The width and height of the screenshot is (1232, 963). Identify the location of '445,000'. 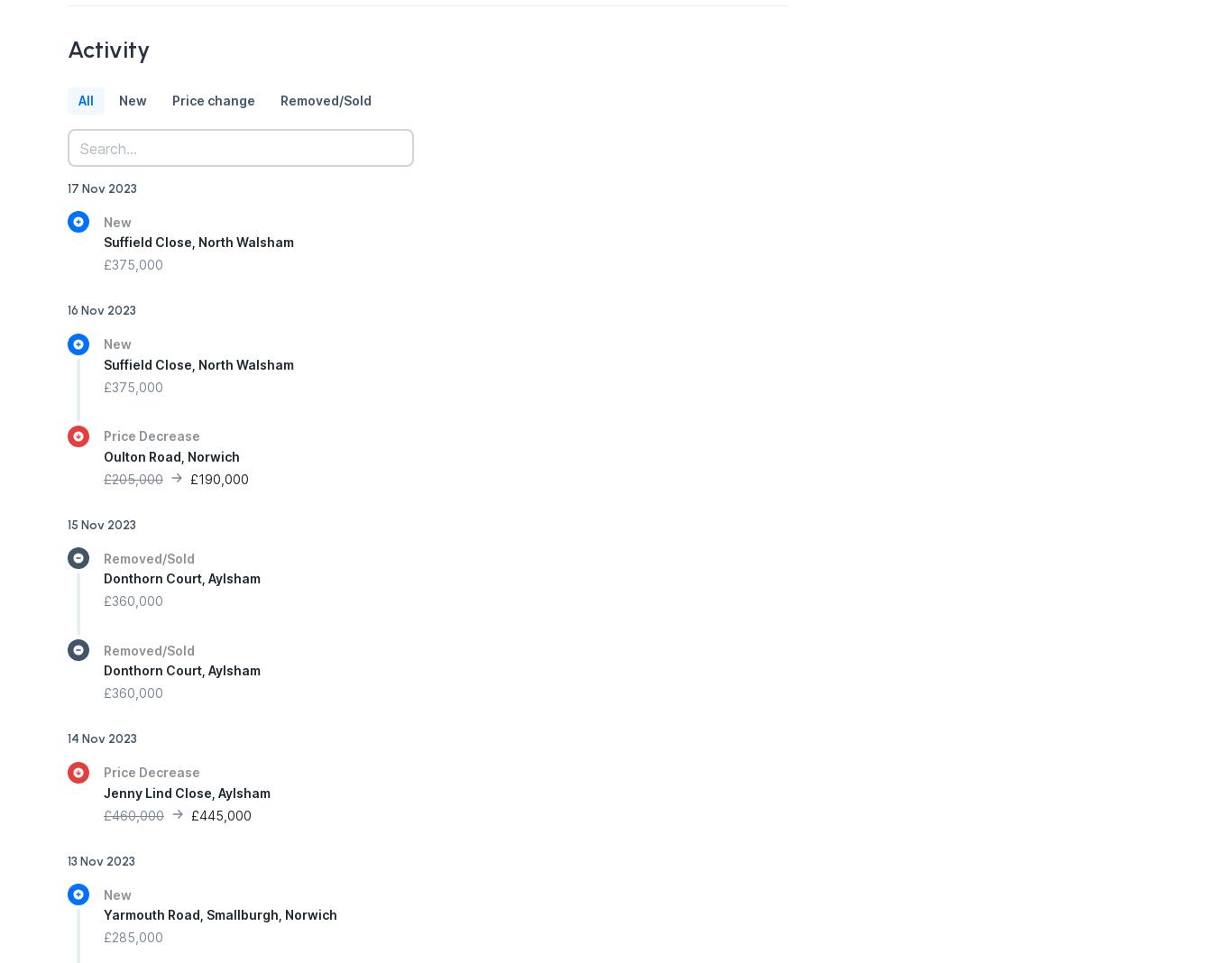
(225, 813).